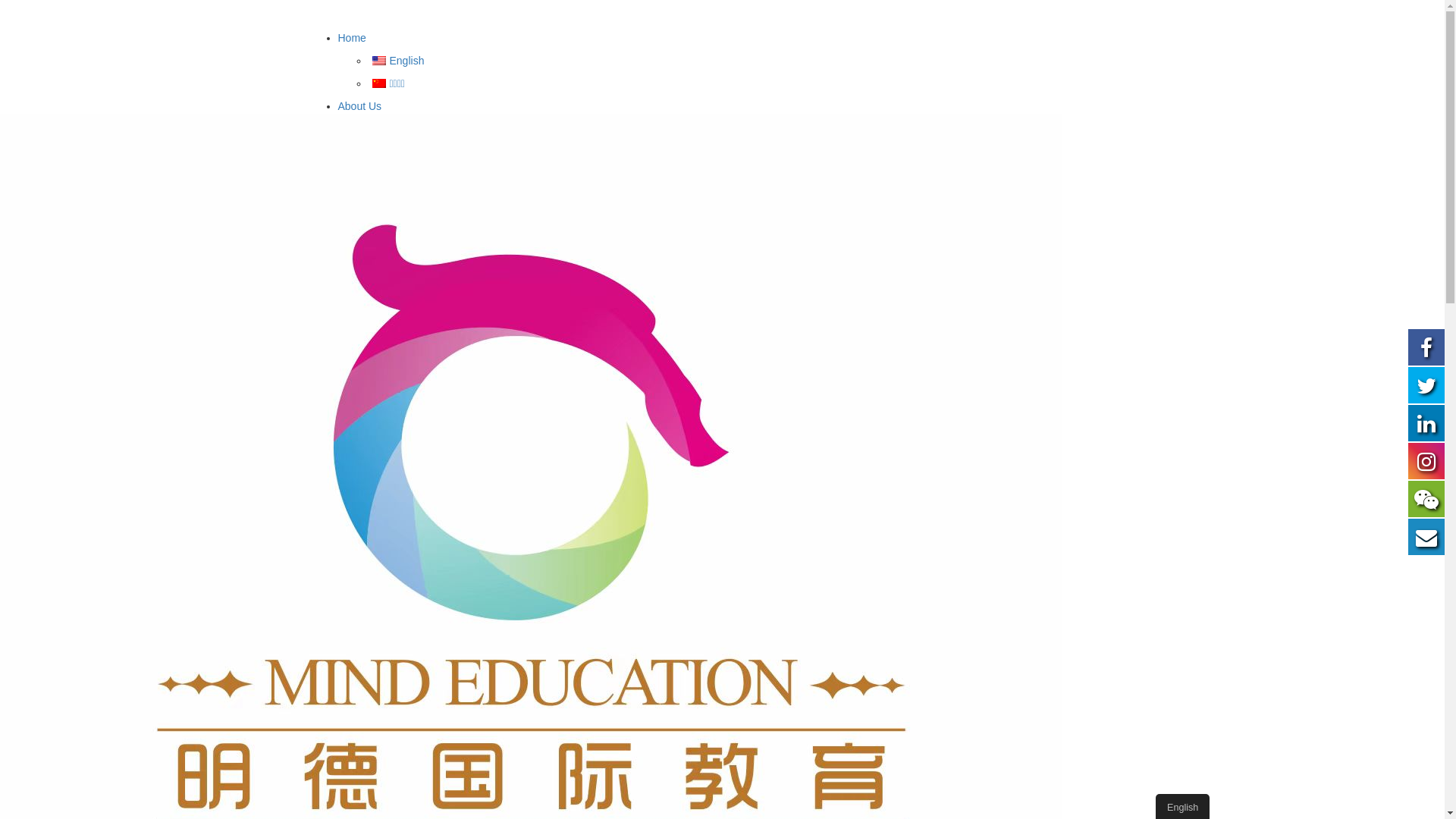 The width and height of the screenshot is (1456, 819). Describe the element at coordinates (479, 153) in the screenshot. I see `'Application for Study Tours/Study Abroad'` at that location.